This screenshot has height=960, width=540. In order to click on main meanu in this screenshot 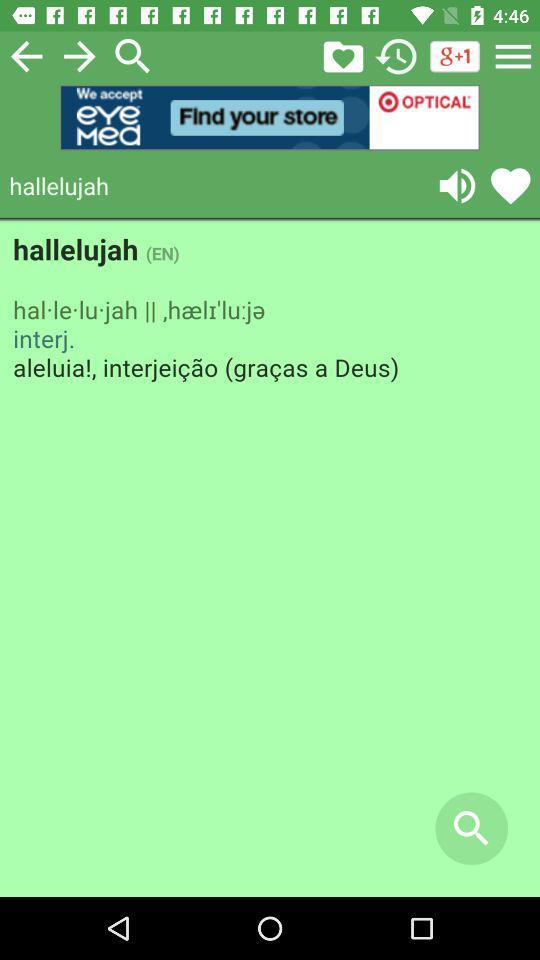, I will do `click(513, 55)`.